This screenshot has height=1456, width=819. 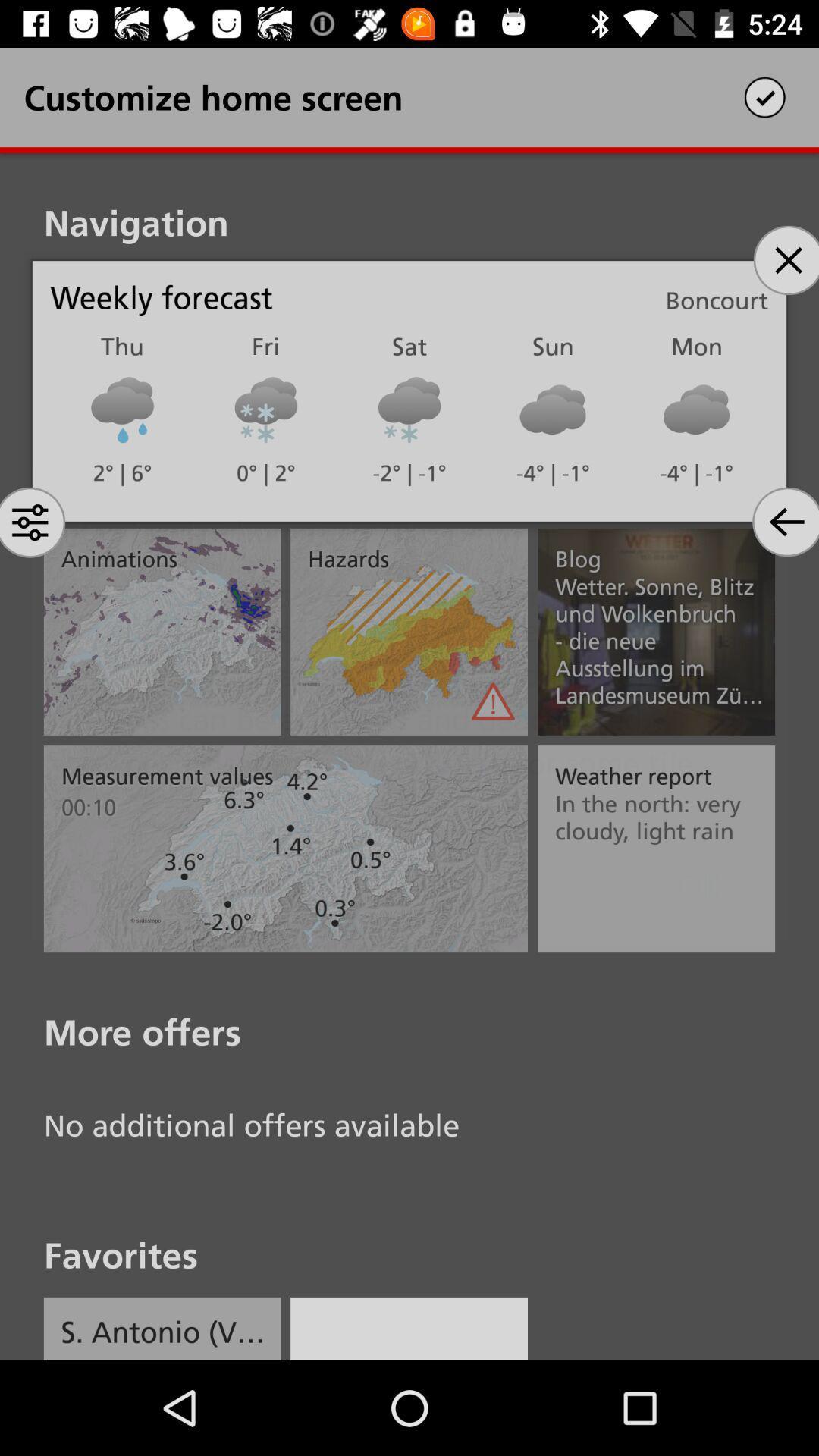 I want to click on the sliders icon, so click(x=33, y=522).